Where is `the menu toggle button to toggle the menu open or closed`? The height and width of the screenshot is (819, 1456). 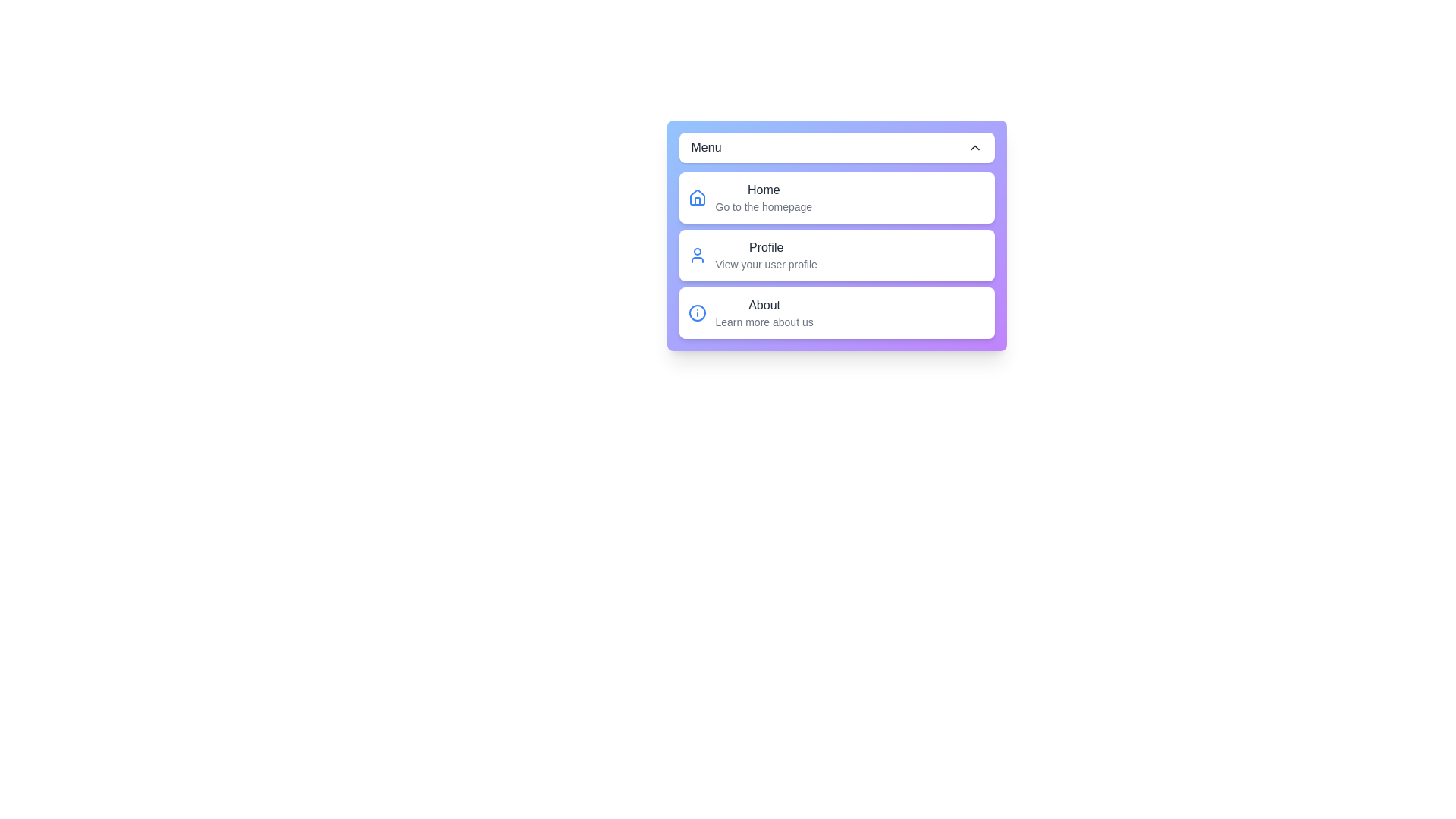 the menu toggle button to toggle the menu open or closed is located at coordinates (836, 148).